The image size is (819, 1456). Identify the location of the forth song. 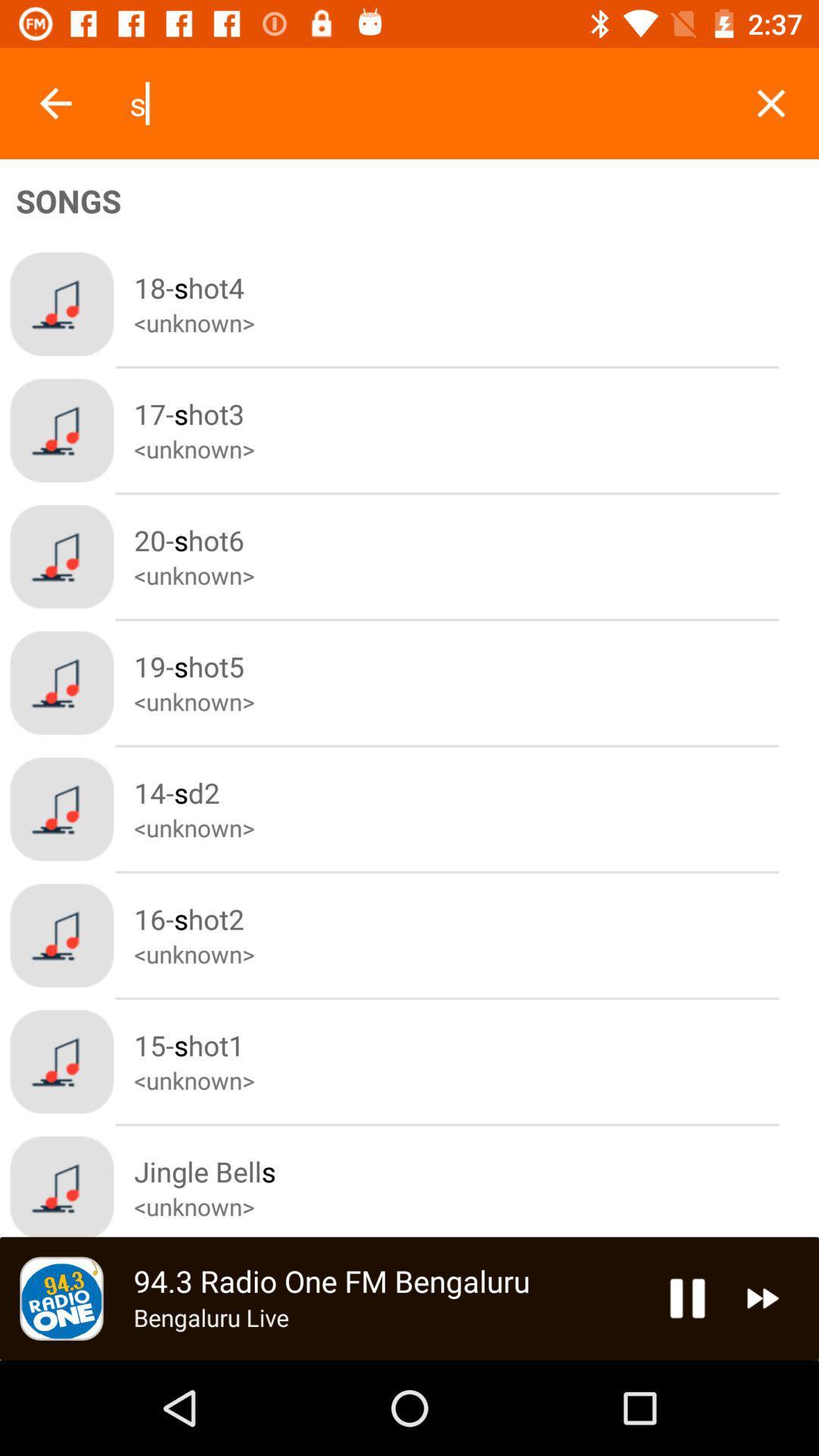
(475, 682).